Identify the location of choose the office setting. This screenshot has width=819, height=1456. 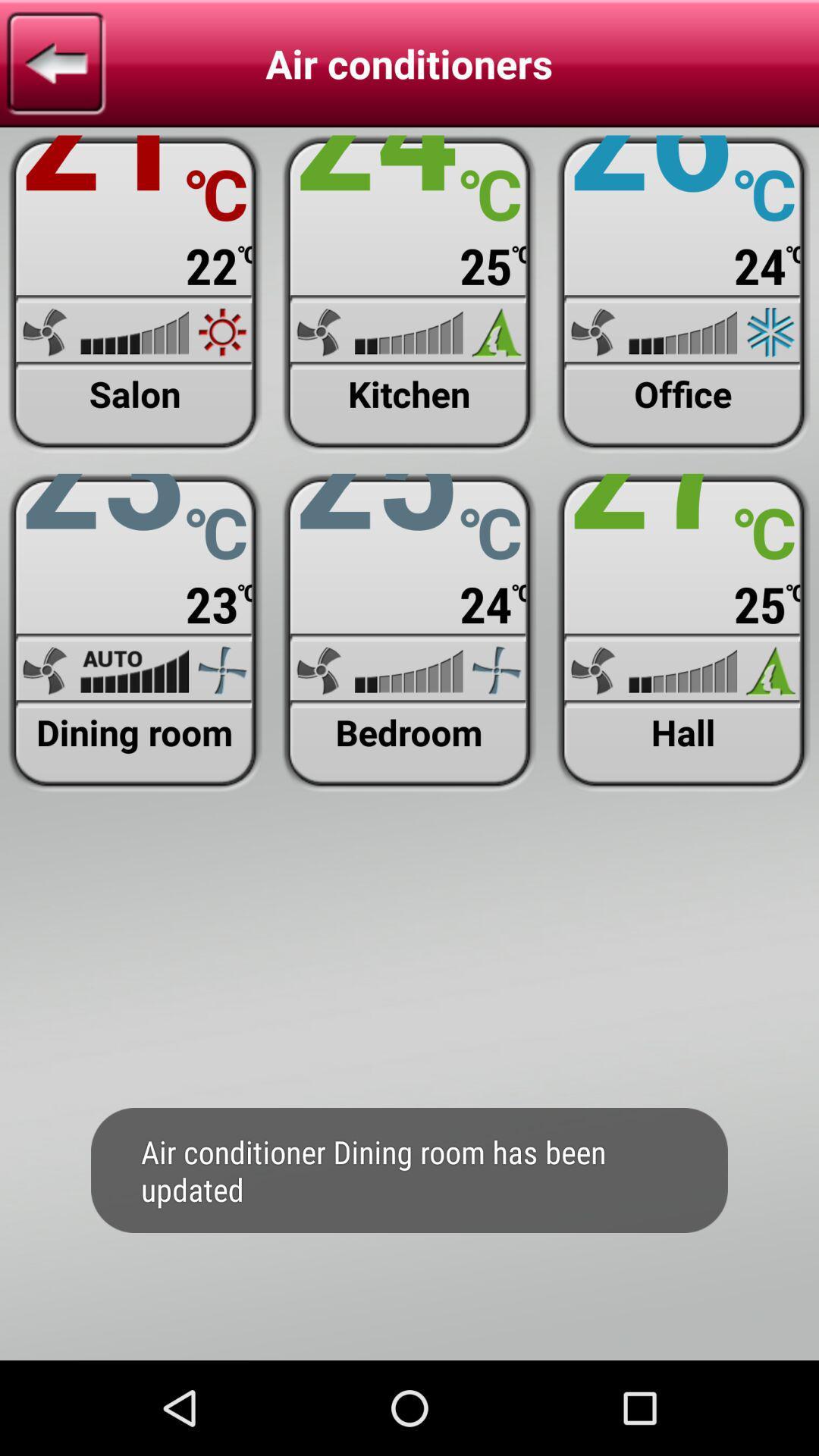
(683, 294).